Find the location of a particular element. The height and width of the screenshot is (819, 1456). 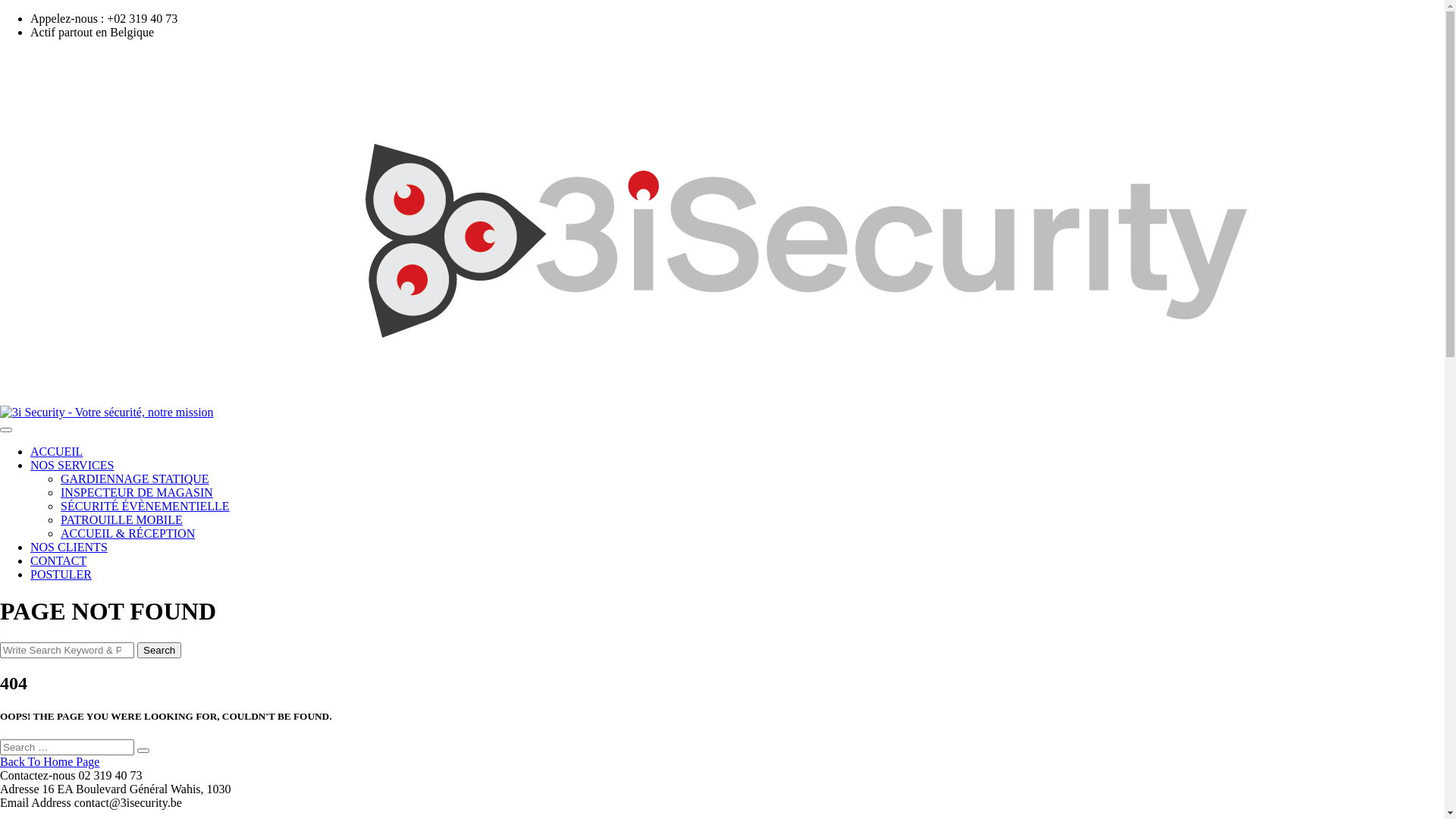

'Search' is located at coordinates (143, 751).